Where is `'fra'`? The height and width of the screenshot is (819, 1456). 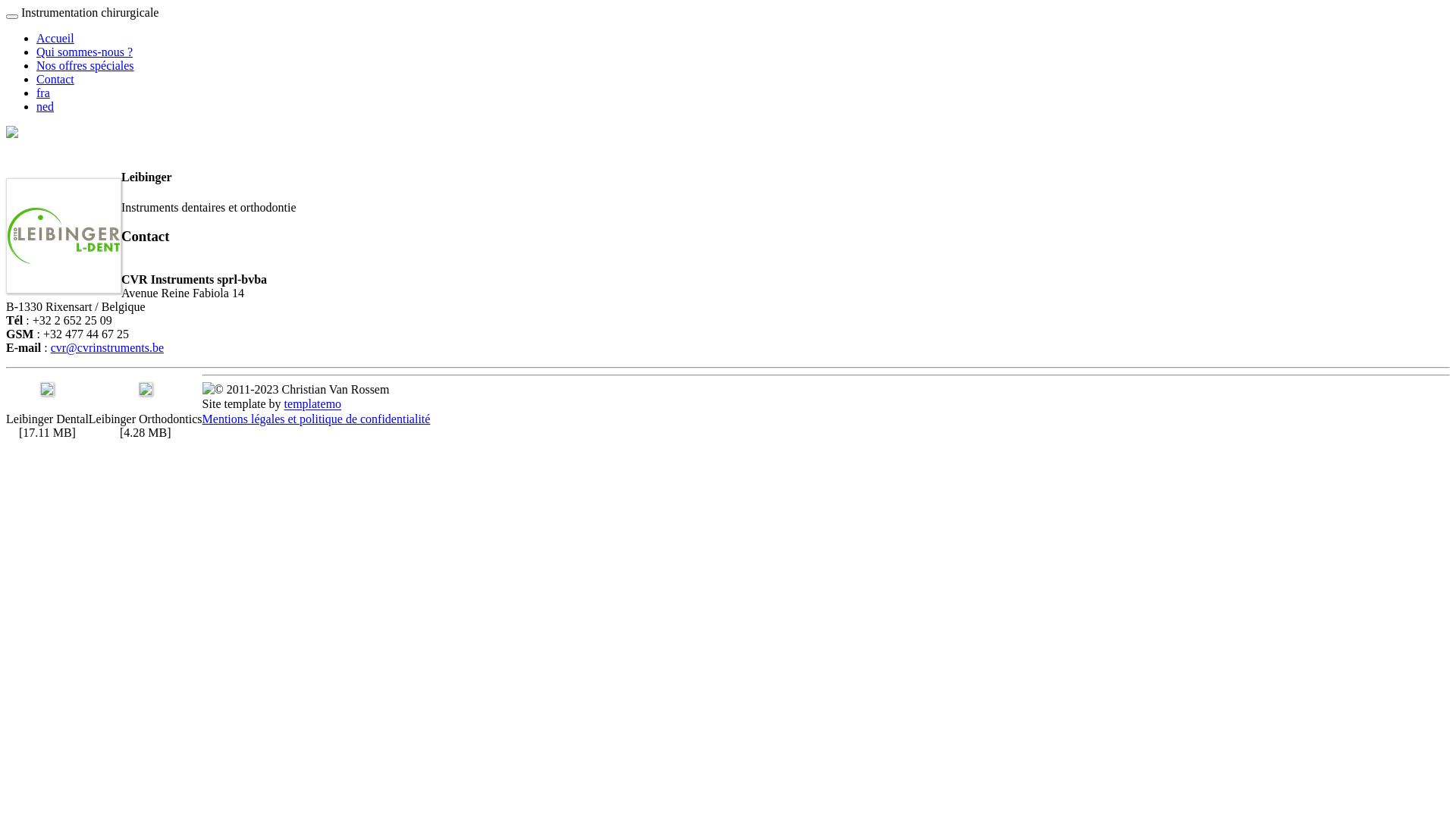
'fra' is located at coordinates (43, 93).